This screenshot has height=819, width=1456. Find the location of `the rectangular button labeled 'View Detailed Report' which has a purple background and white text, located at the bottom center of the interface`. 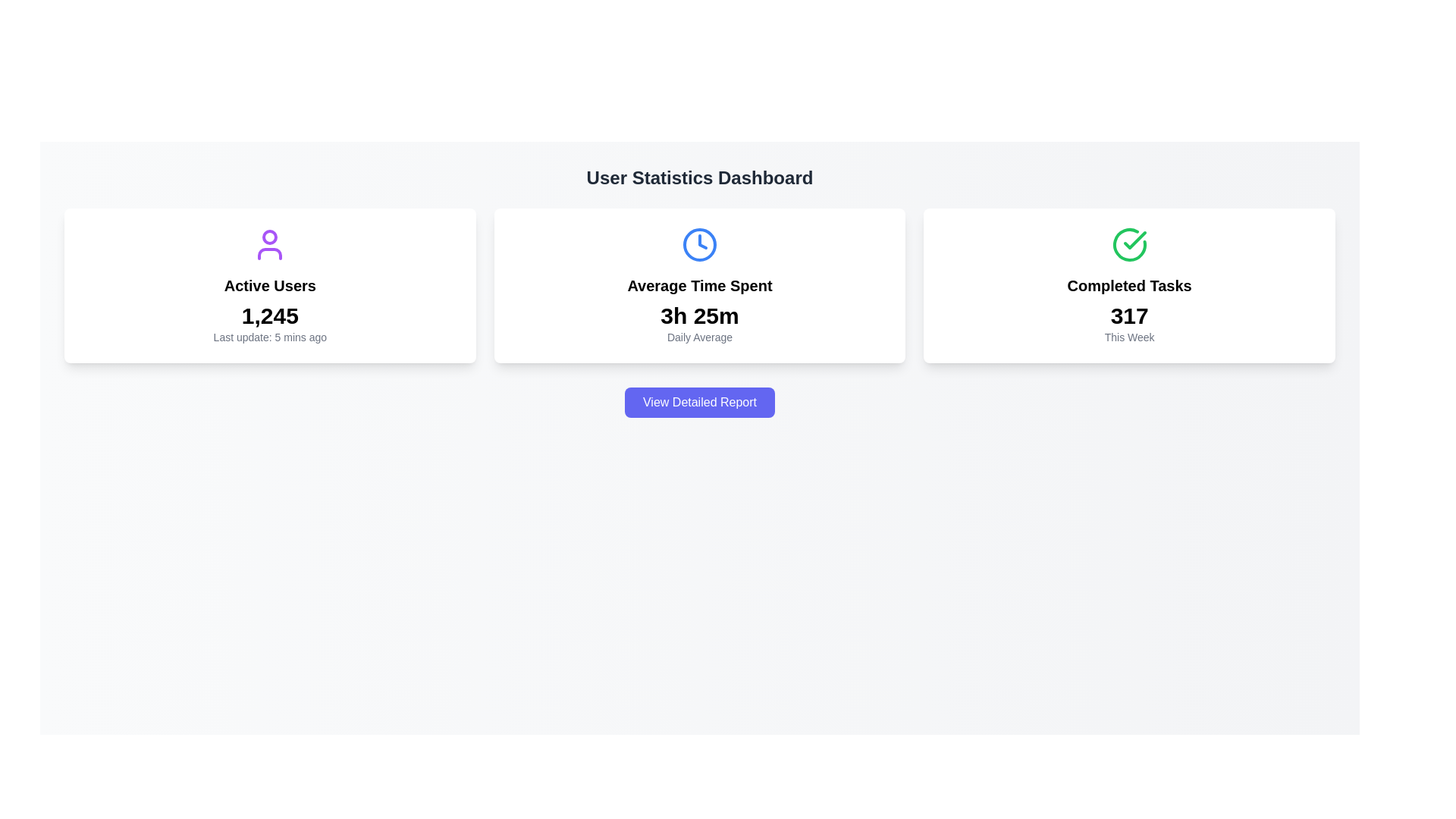

the rectangular button labeled 'View Detailed Report' which has a purple background and white text, located at the bottom center of the interface is located at coordinates (698, 402).